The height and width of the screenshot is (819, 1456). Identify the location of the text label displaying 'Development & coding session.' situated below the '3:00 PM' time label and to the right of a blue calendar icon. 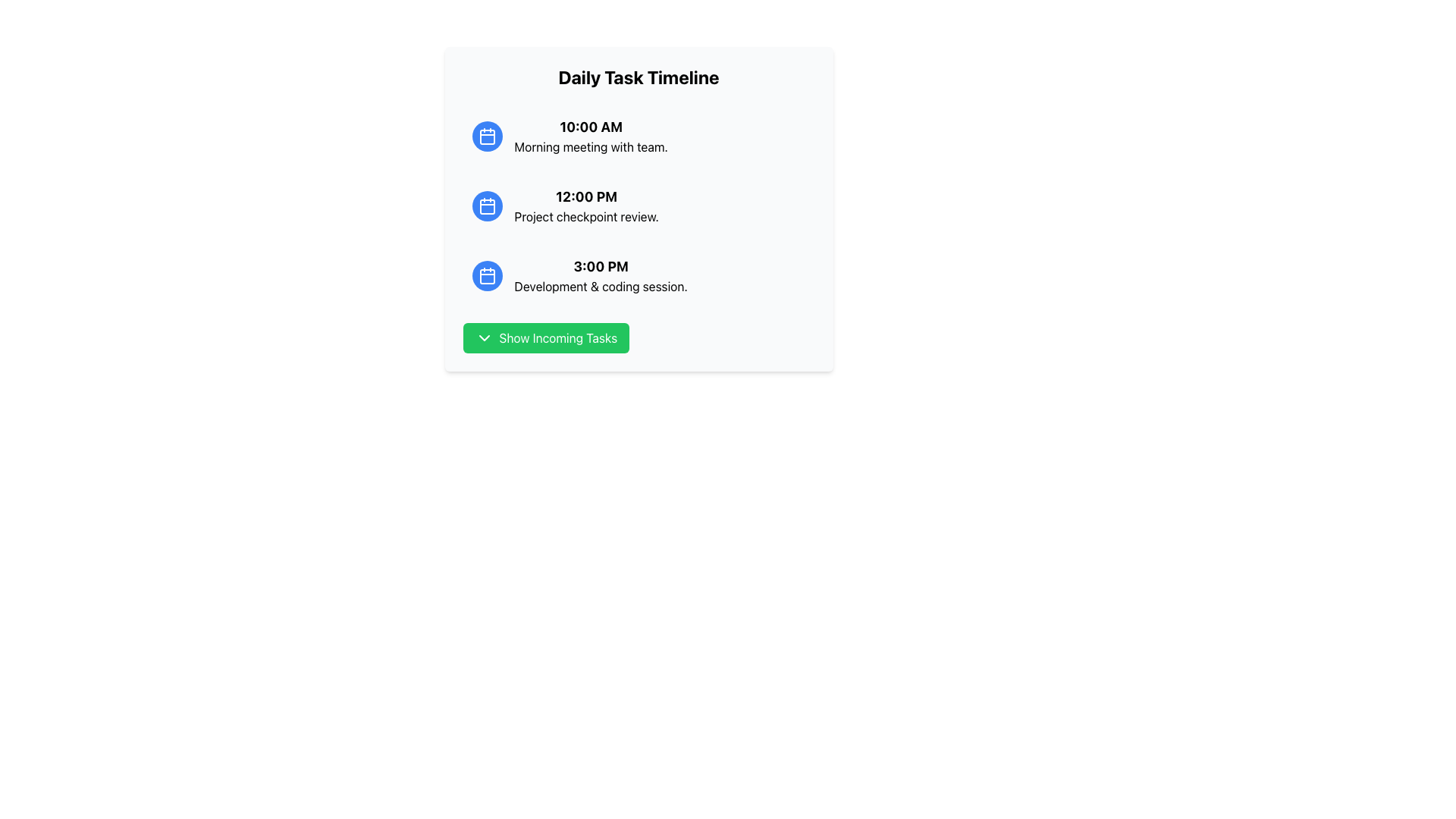
(600, 287).